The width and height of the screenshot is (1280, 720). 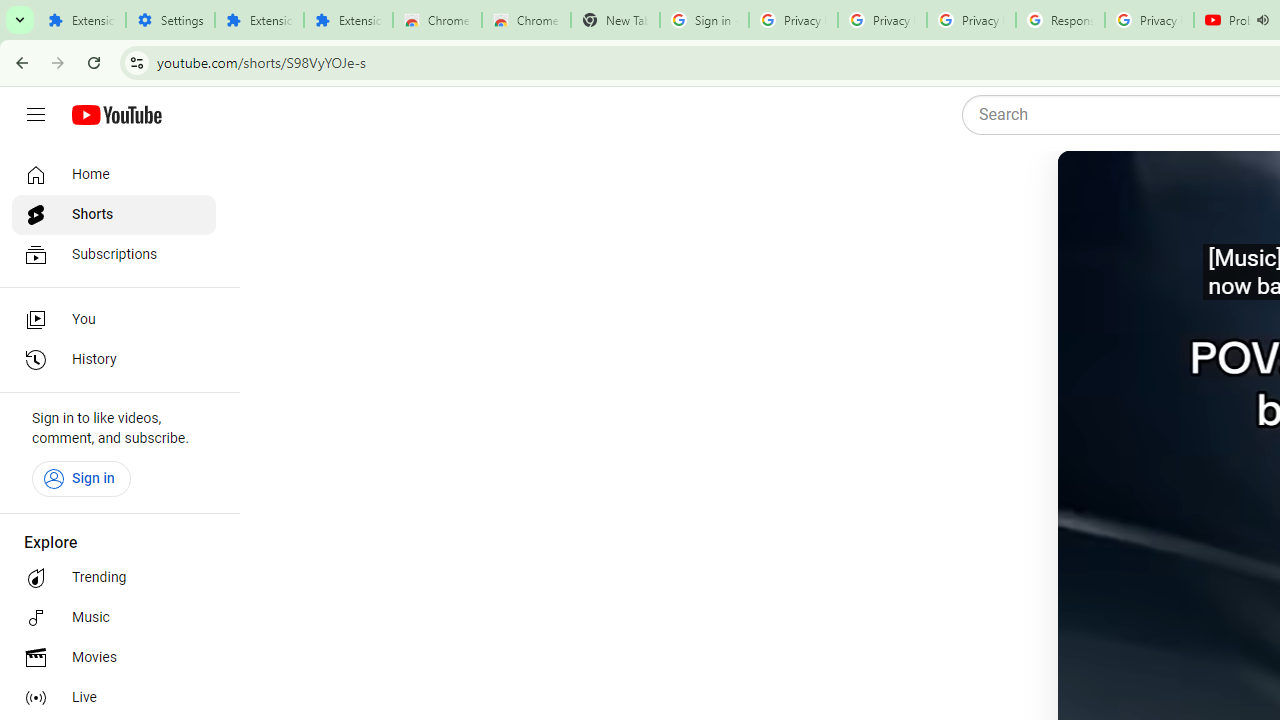 I want to click on 'Sign in', so click(x=80, y=478).